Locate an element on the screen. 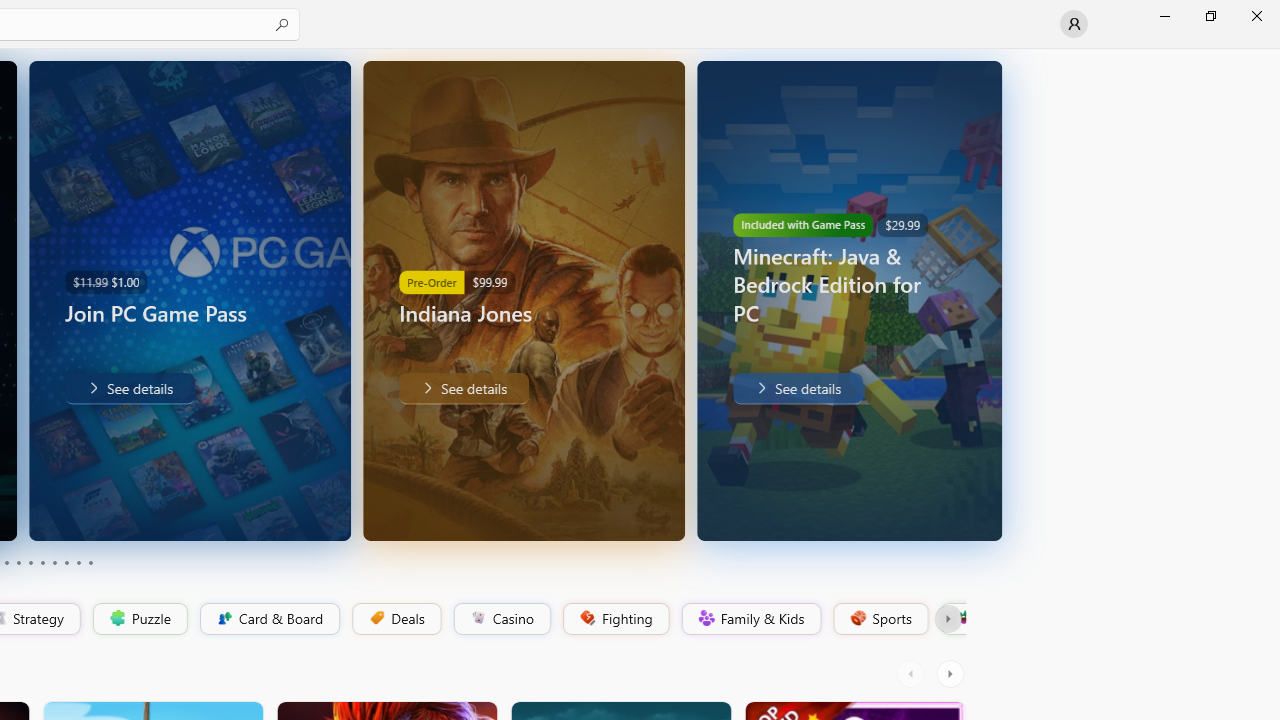 Image resolution: width=1280 pixels, height=720 pixels. 'Page 7' is located at coordinates (54, 563).